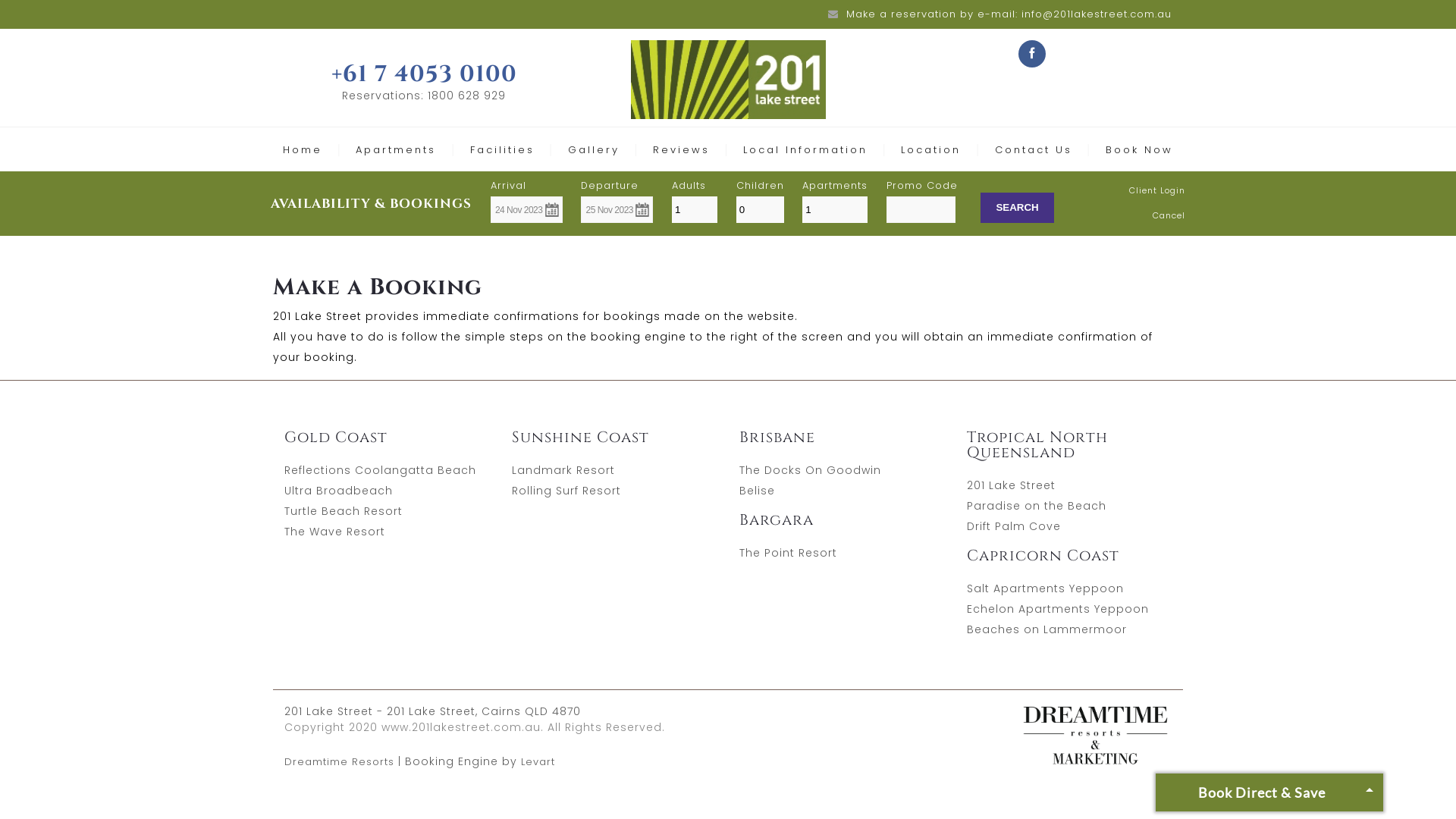 This screenshot has width=1456, height=819. Describe the element at coordinates (284, 469) in the screenshot. I see `'Reflections Coolangatta Beach'` at that location.